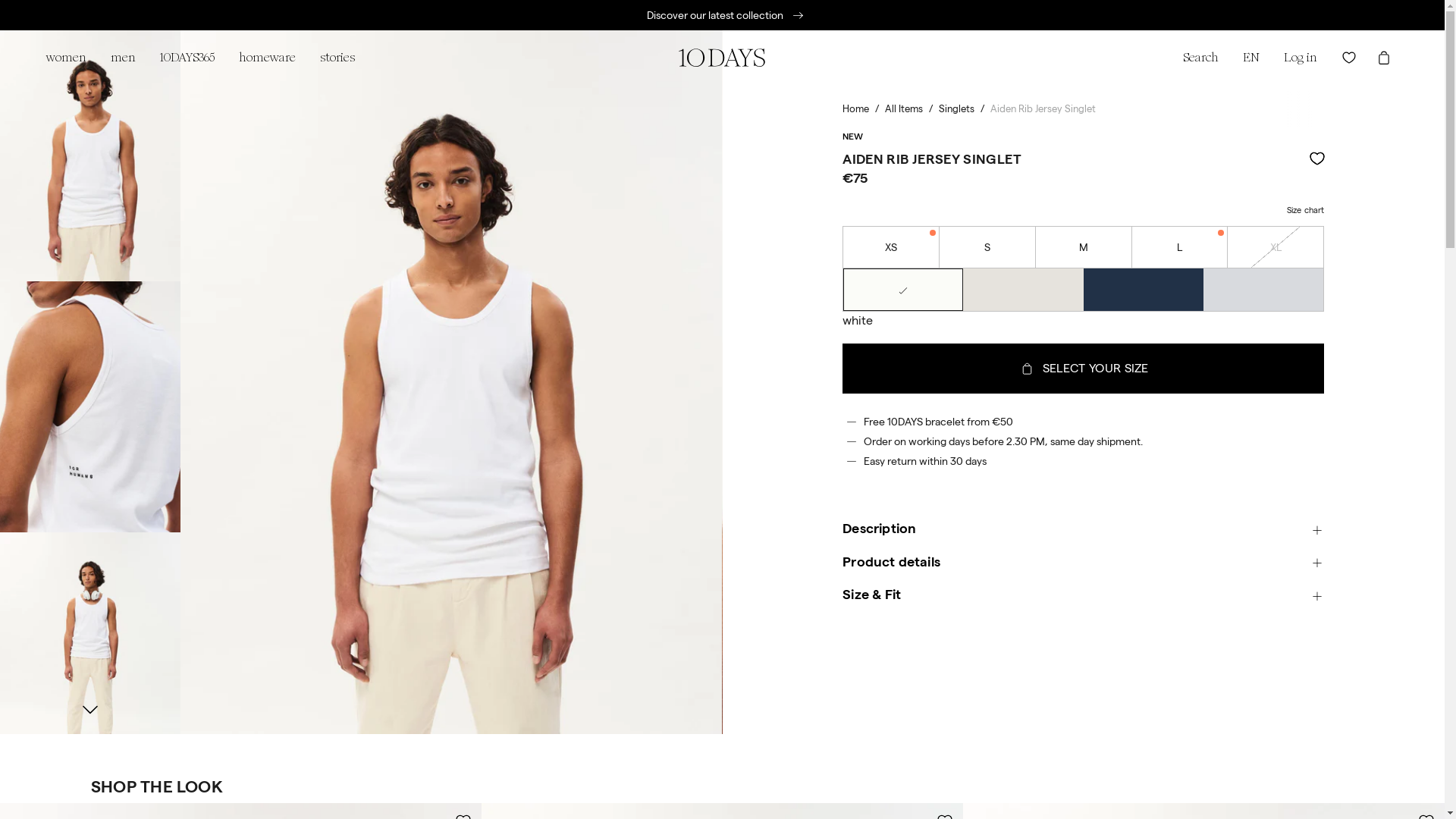 This screenshot has height=819, width=1456. I want to click on 'homeware', so click(267, 57).